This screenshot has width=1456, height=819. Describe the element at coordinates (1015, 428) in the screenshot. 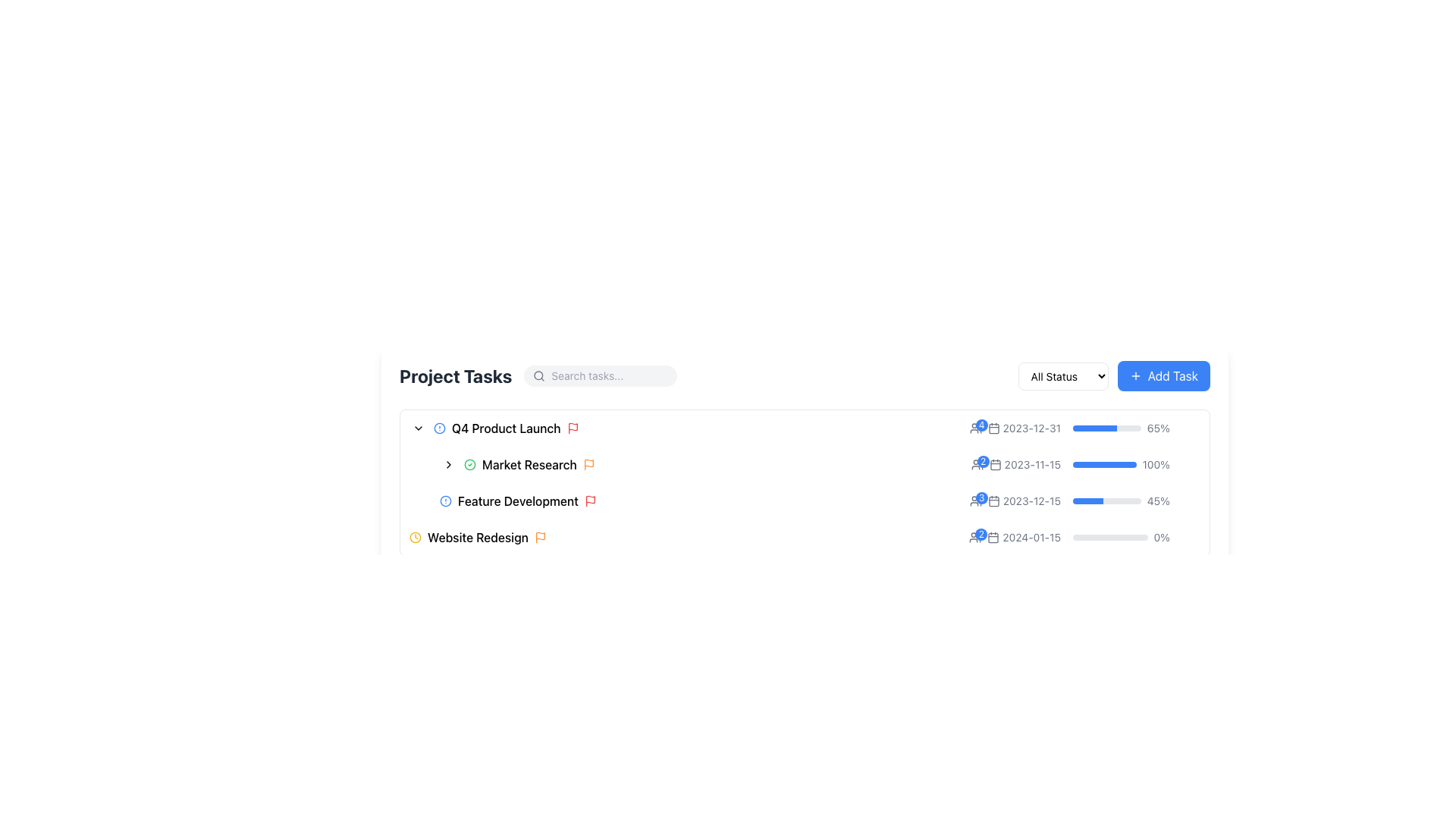

I see `date displayed in the Text and Icon Combination that shows the calendar icon and the text '2023-12-31' located in the second row of the task list on the right side of the interface` at that location.